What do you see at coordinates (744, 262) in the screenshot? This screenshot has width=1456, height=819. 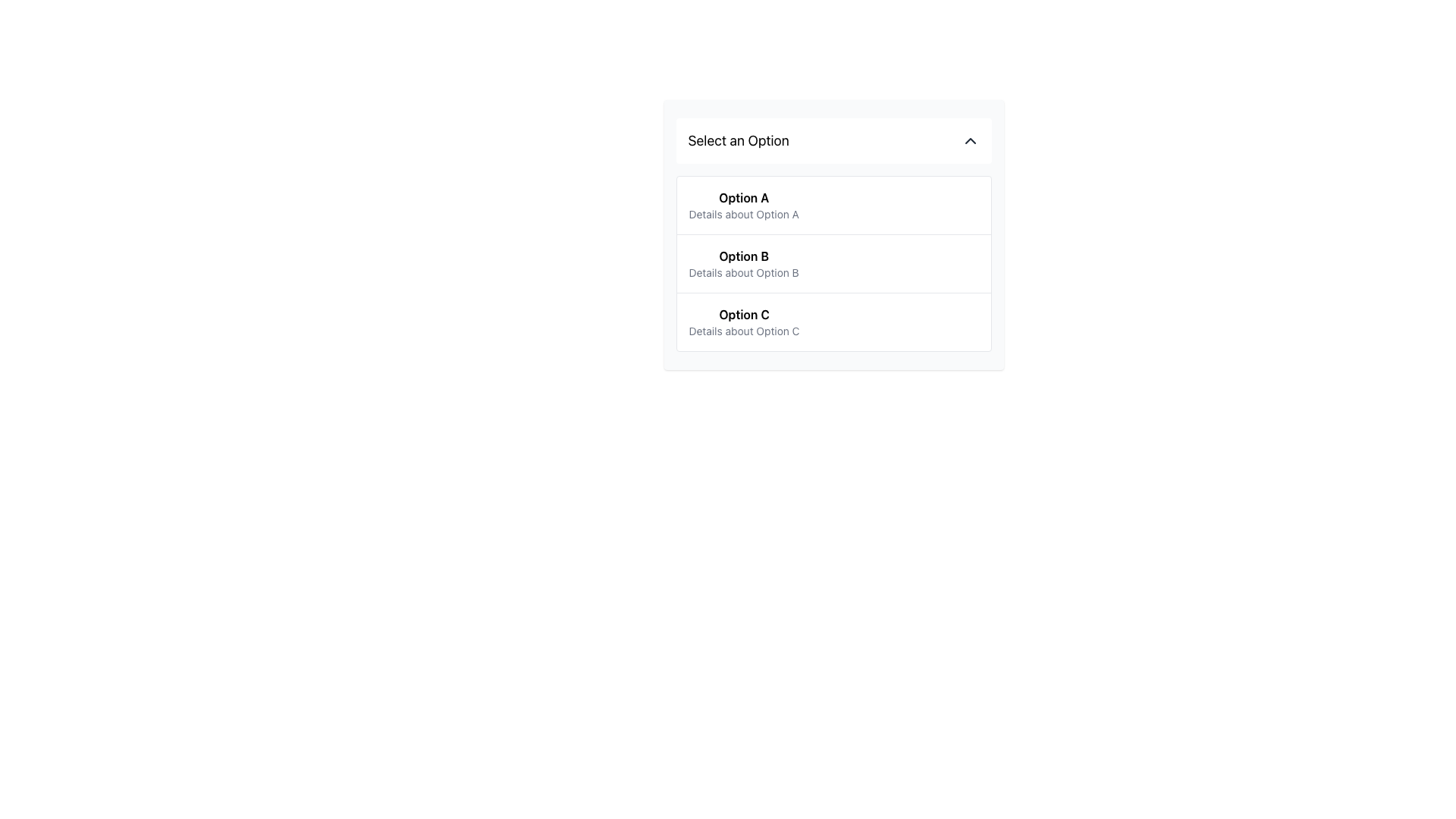 I see `the second item in the dropdown menu labeled 'Option B'` at bounding box center [744, 262].